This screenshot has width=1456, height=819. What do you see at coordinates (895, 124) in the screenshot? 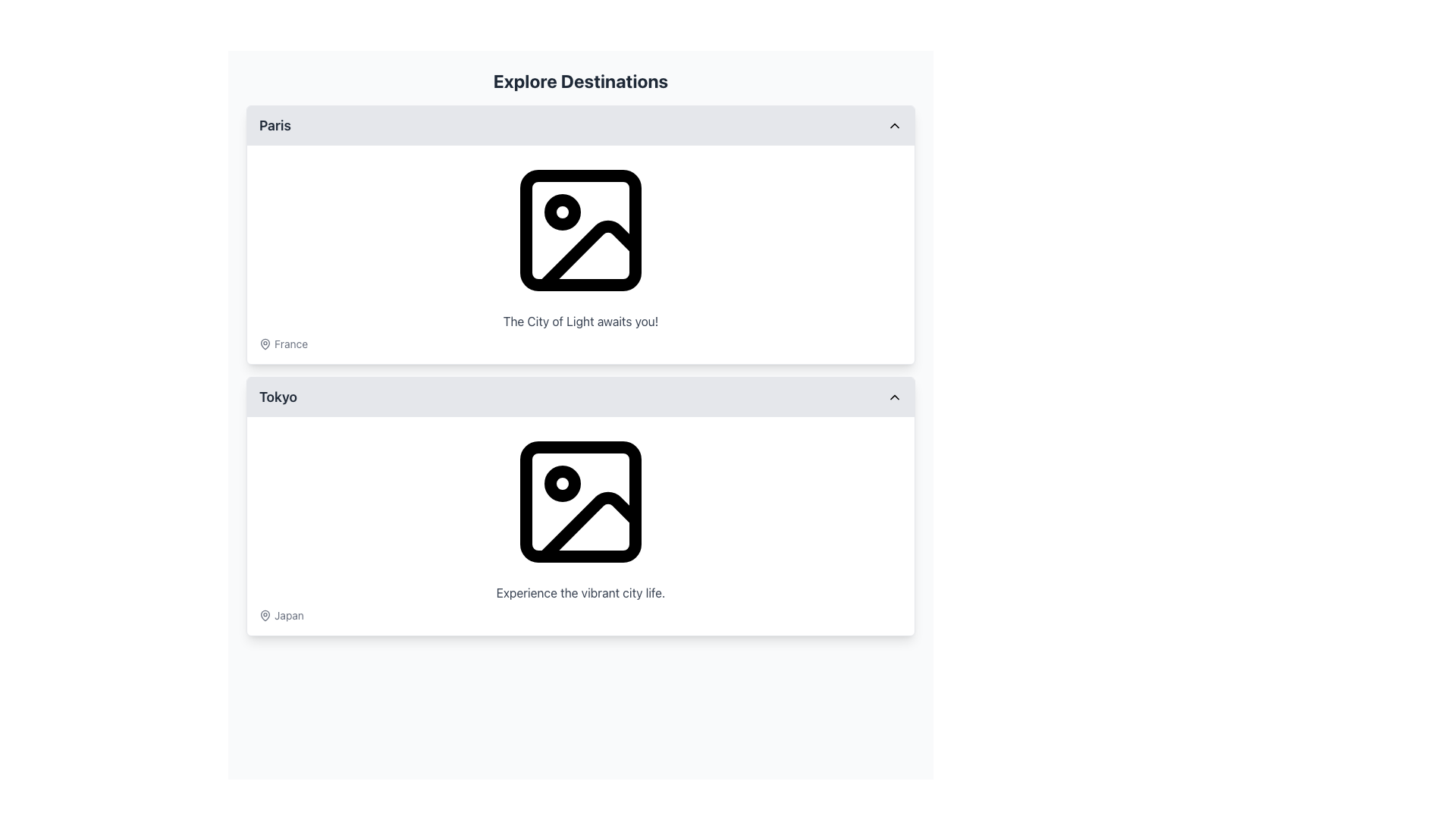
I see `the toggle icon` at bounding box center [895, 124].